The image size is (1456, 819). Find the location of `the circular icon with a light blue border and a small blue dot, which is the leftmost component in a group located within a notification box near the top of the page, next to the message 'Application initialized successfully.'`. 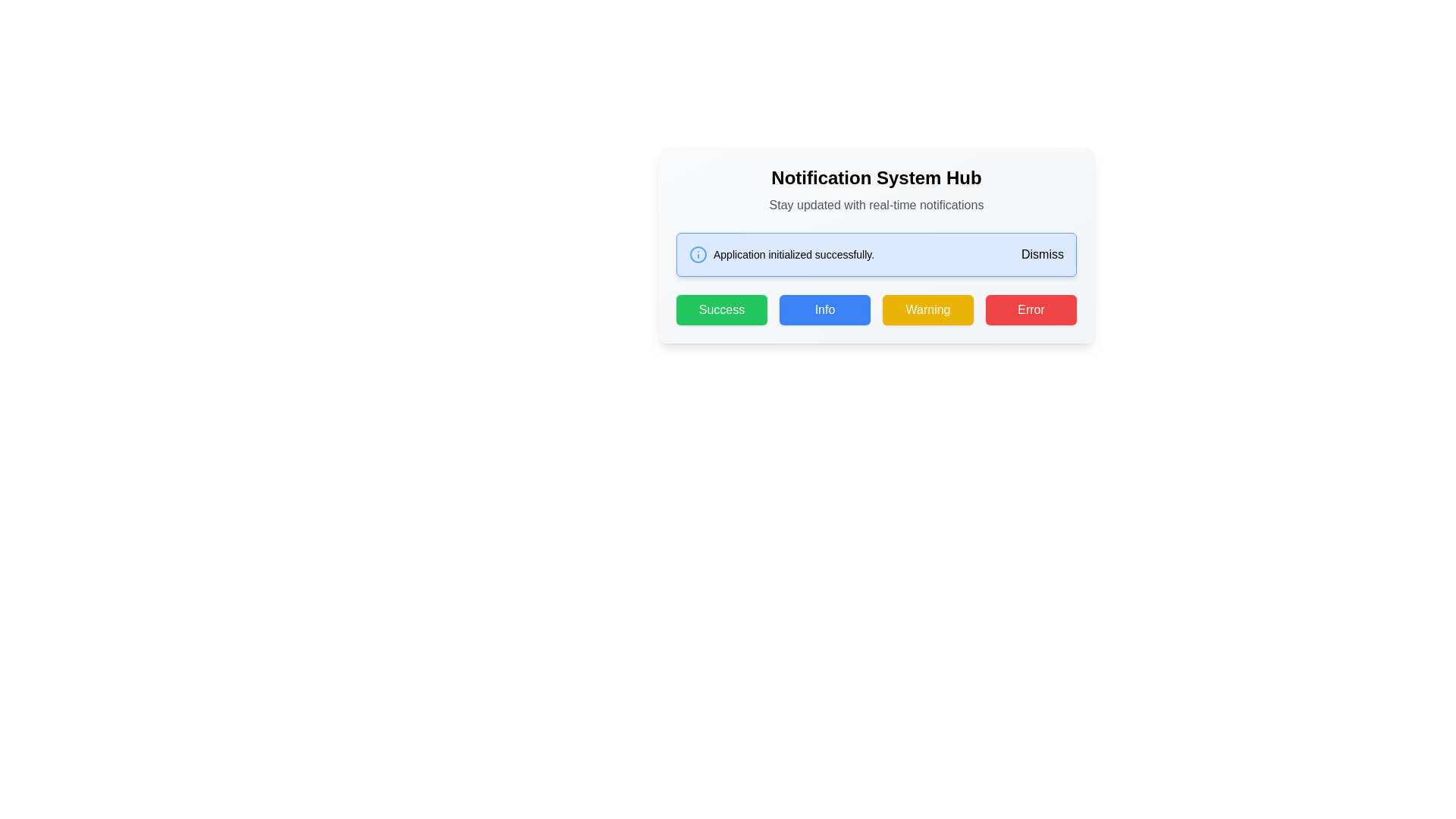

the circular icon with a light blue border and a small blue dot, which is the leftmost component in a group located within a notification box near the top of the page, next to the message 'Application initialized successfully.' is located at coordinates (698, 253).